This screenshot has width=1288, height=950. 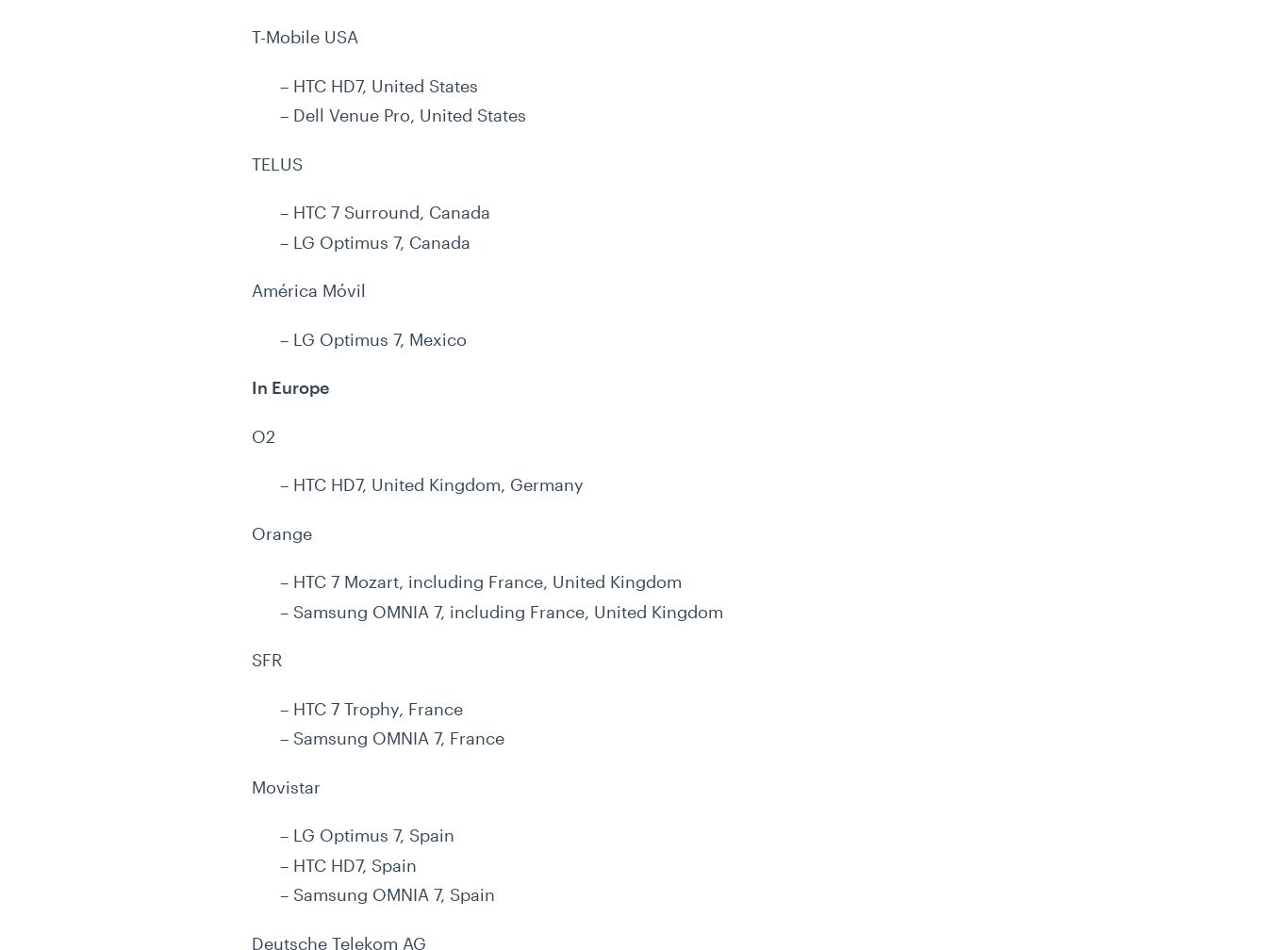 What do you see at coordinates (432, 483) in the screenshot?
I see `'– HTC HD7, United Kingdom, Germany'` at bounding box center [432, 483].